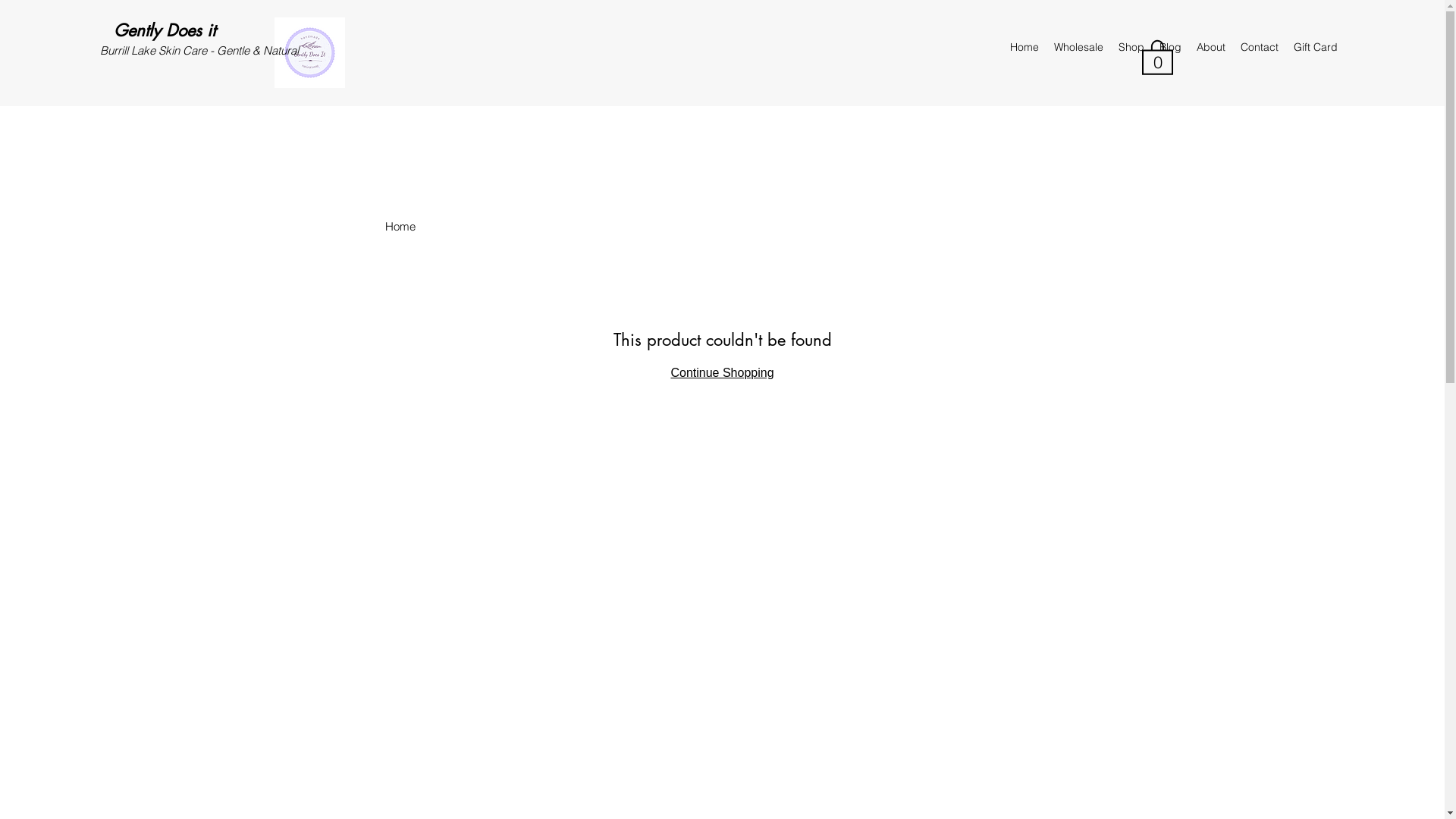  I want to click on 'Home', so click(1024, 45).